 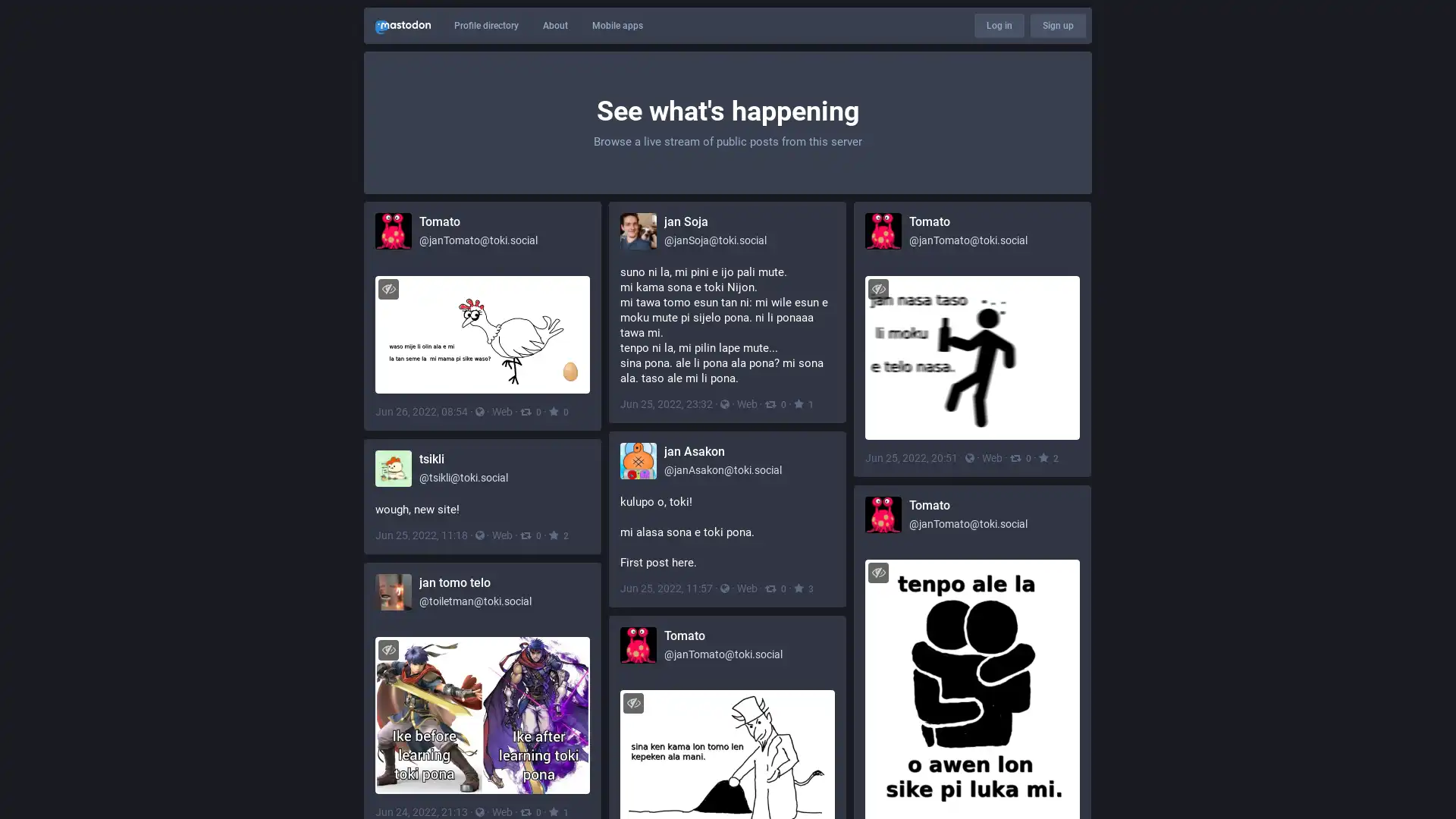 What do you see at coordinates (878, 572) in the screenshot?
I see `Hide image` at bounding box center [878, 572].